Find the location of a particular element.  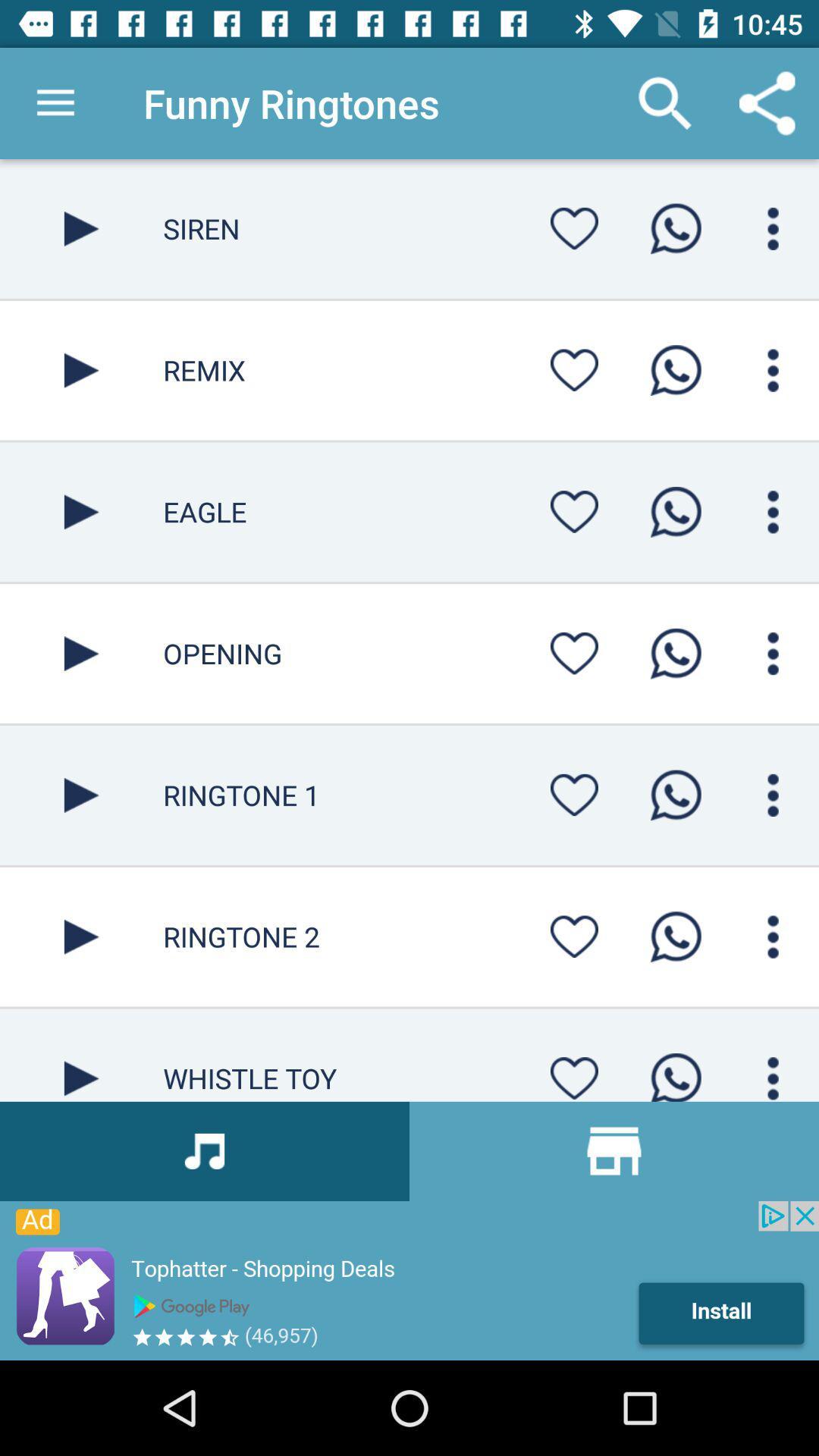

like button is located at coordinates (574, 936).